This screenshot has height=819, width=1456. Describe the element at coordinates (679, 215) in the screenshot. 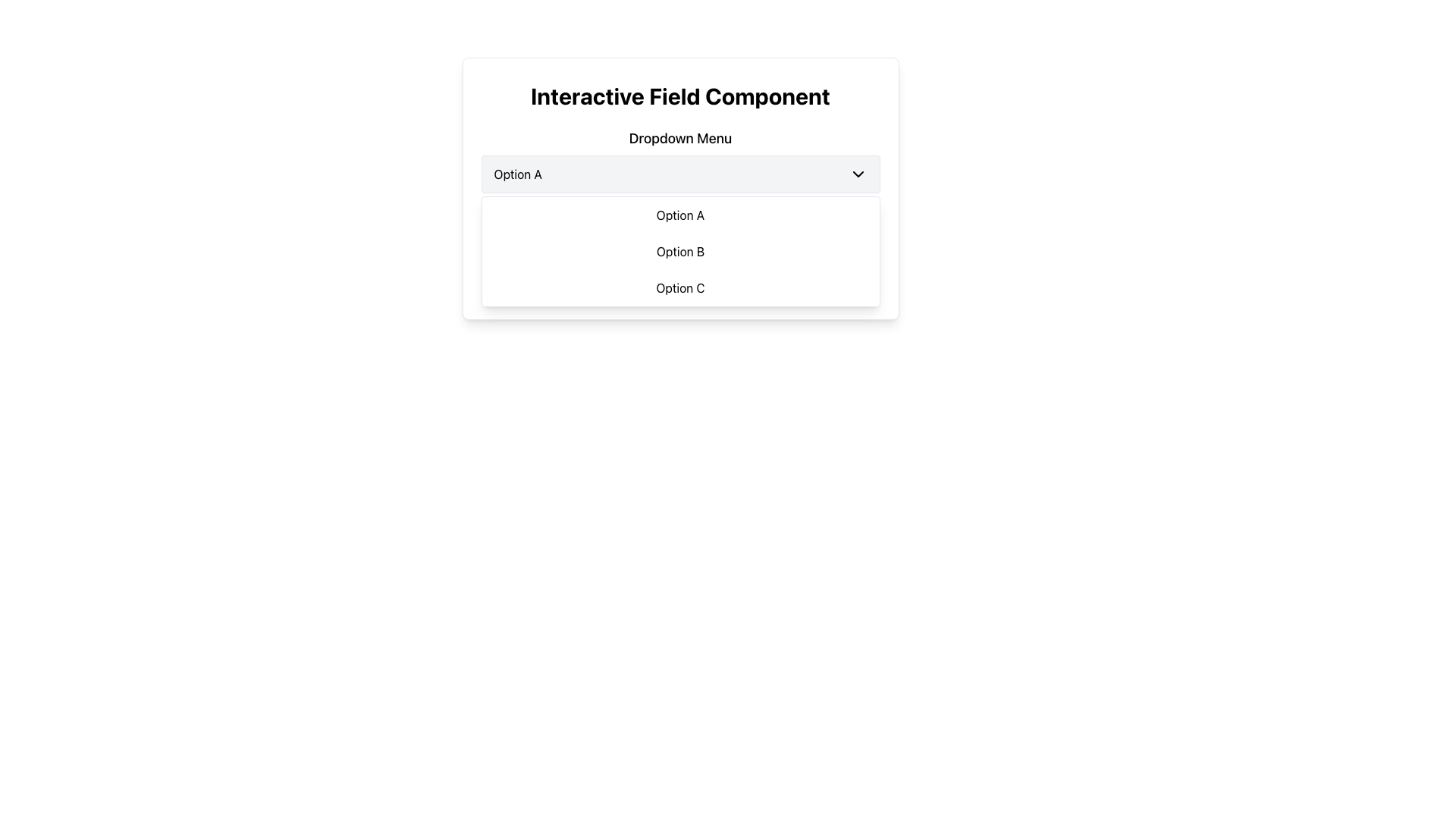

I see `the first dropdown option labeled 'Option A'` at that location.